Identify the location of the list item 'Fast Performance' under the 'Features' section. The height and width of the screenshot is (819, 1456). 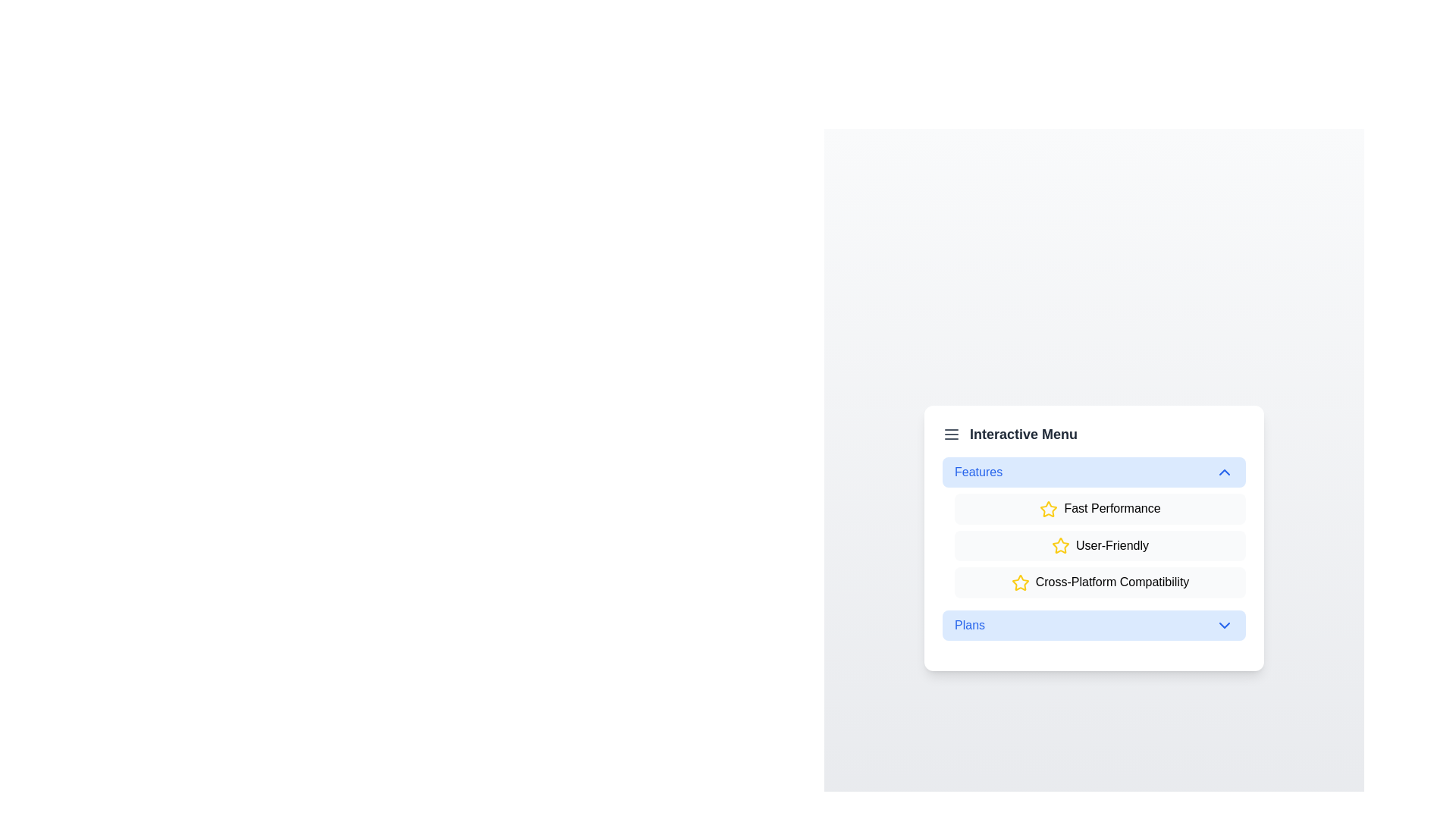
(1100, 509).